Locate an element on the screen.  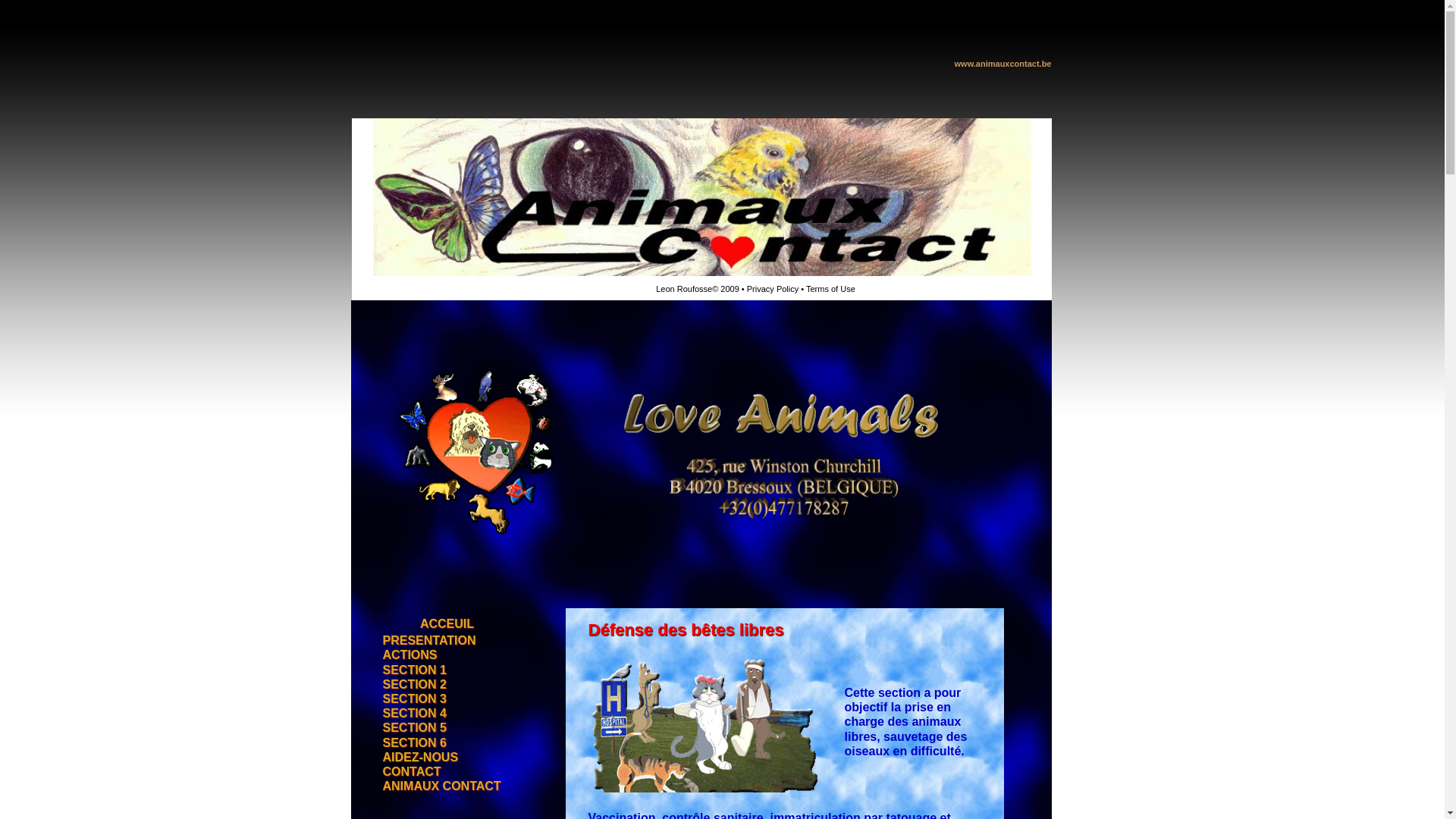
'AIDEZ-NOUS' is located at coordinates (419, 758).